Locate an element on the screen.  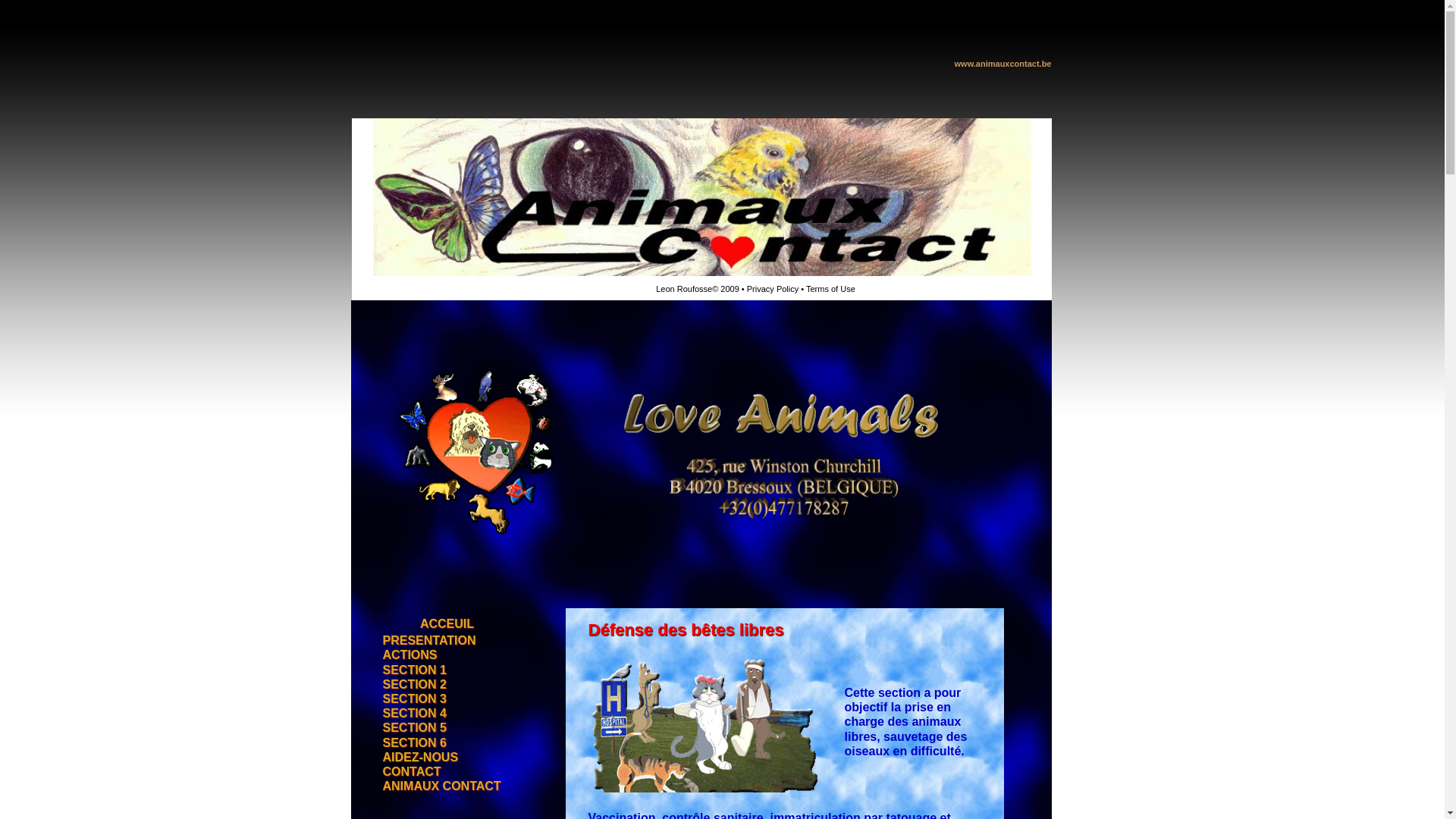
'AIDEZ-NOUS' is located at coordinates (419, 758).